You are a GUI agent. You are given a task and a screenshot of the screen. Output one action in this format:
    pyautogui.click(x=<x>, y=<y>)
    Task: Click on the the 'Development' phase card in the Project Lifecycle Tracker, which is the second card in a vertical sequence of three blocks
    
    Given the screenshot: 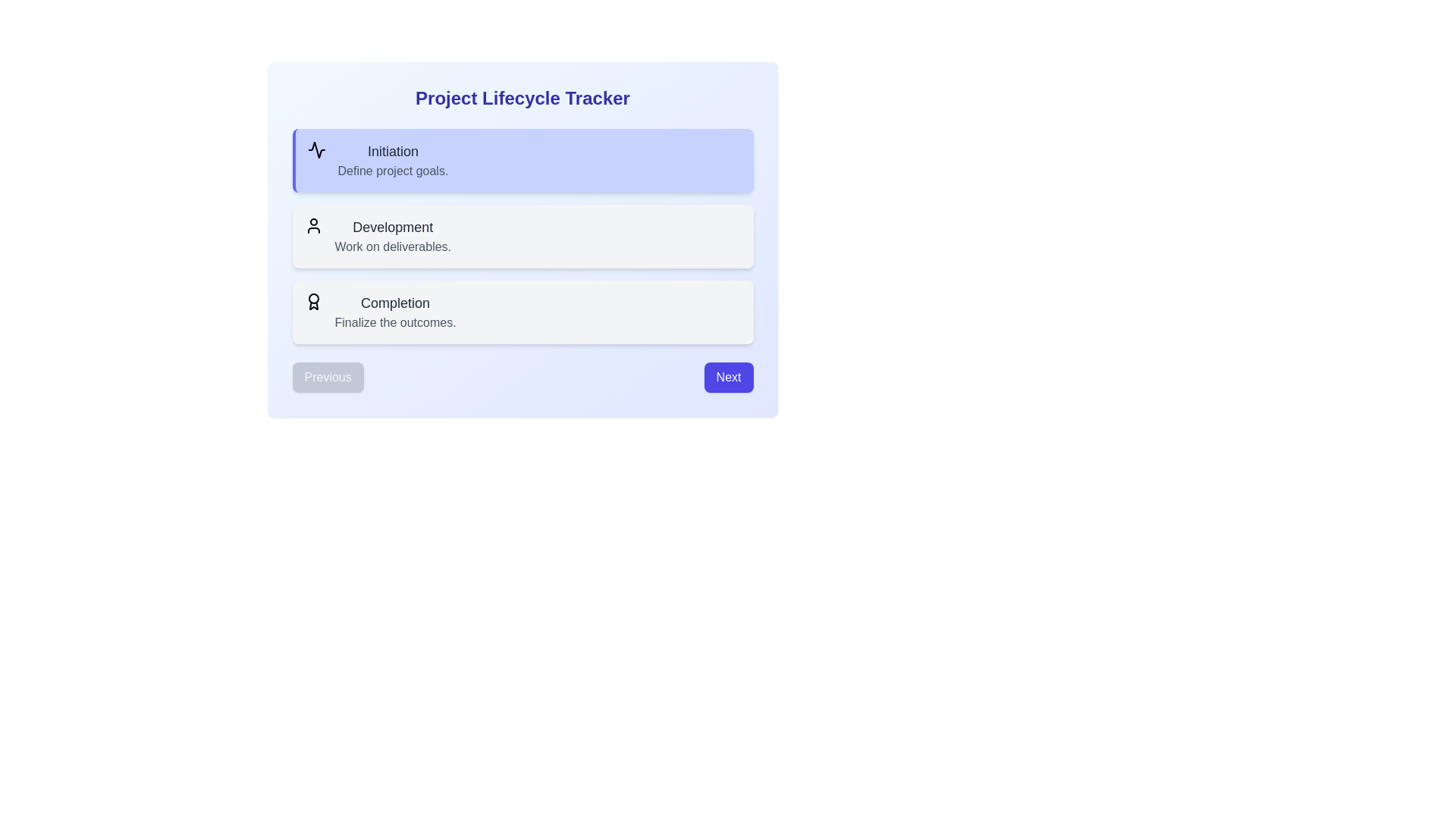 What is the action you would take?
    pyautogui.click(x=522, y=237)
    